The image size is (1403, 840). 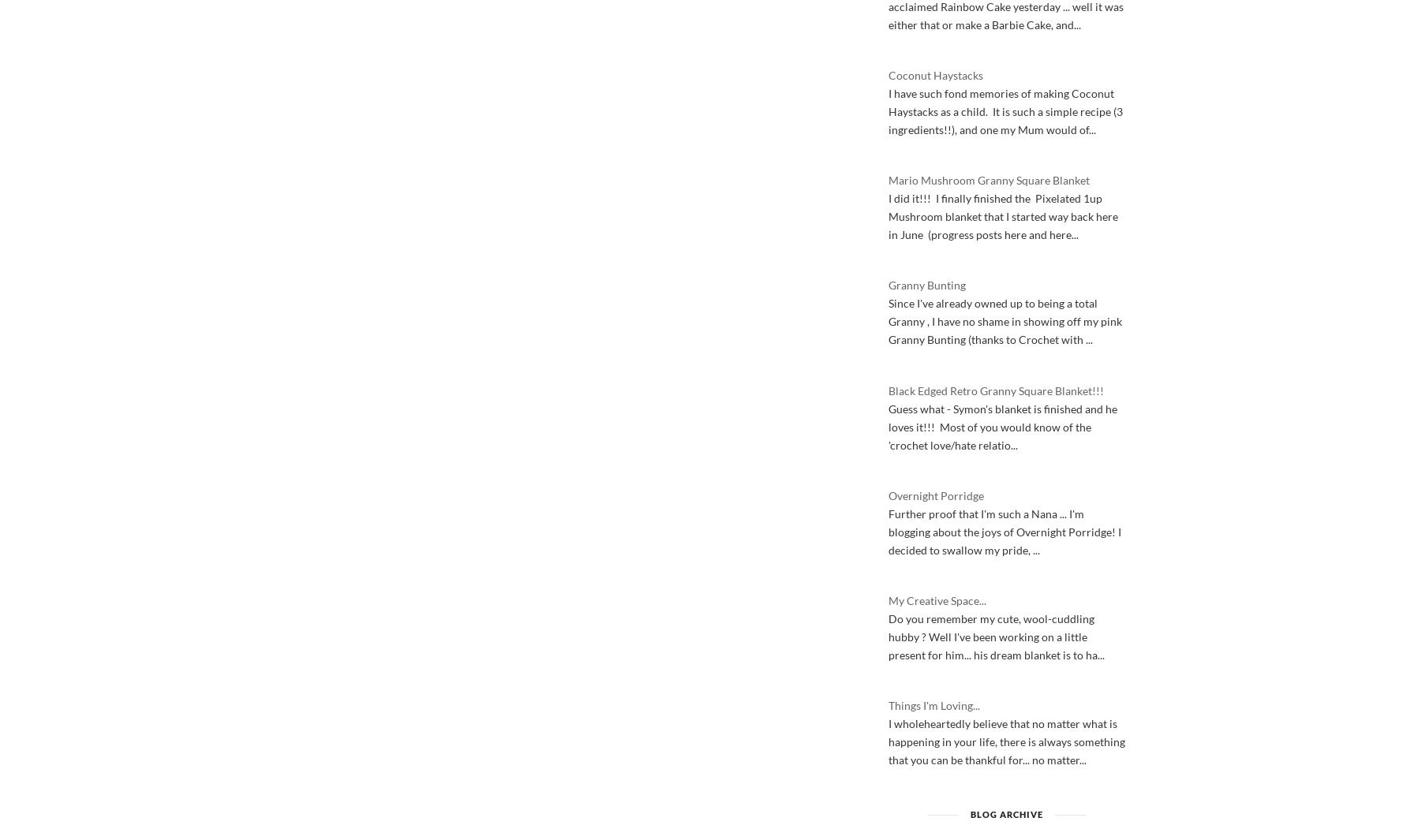 What do you see at coordinates (1005, 320) in the screenshot?
I see `'Since I've already owned up to being a total Granny , I have no shame in showing off my pink Granny Bunting (thanks to Crochet with ...'` at bounding box center [1005, 320].